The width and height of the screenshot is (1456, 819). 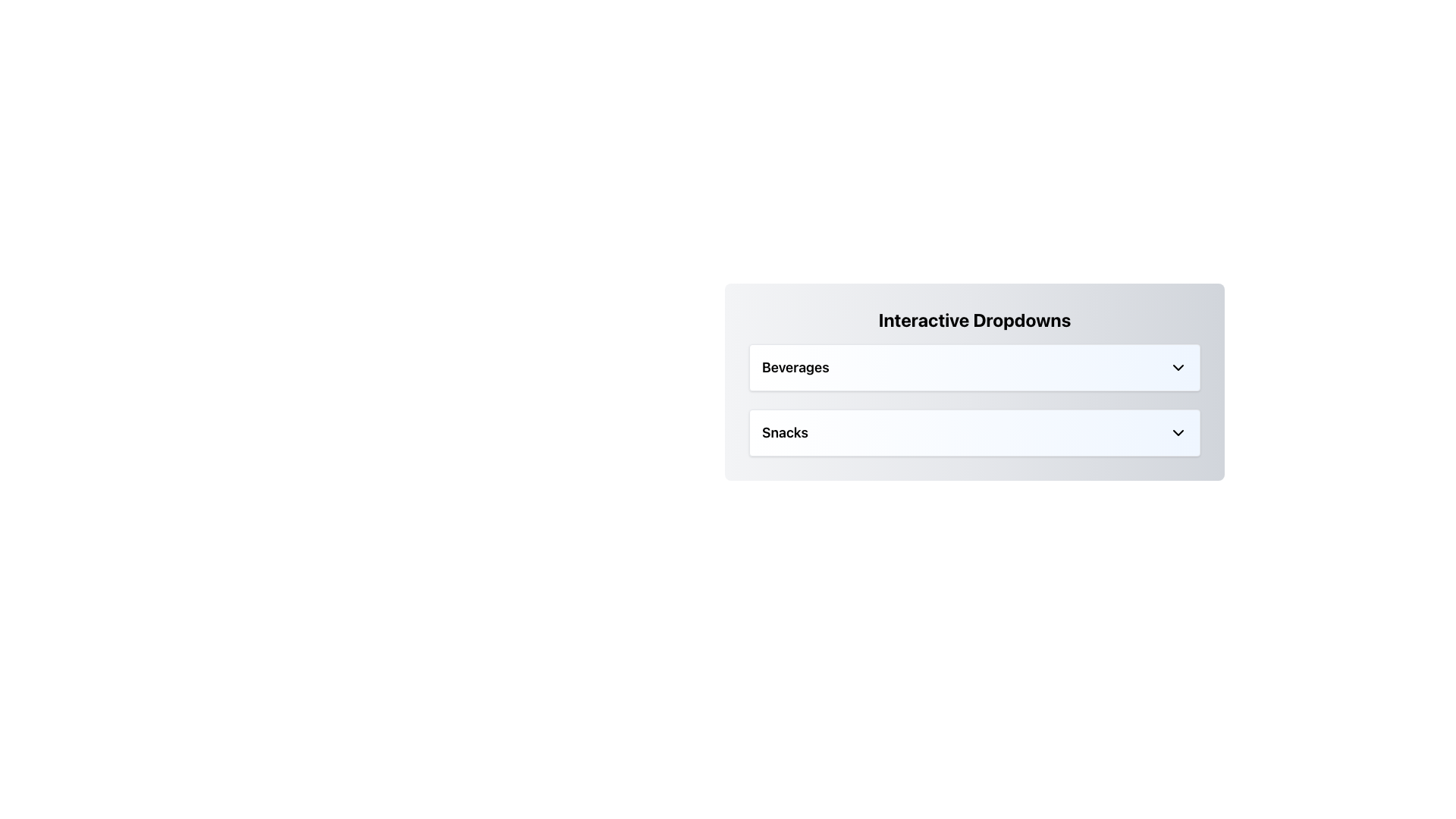 What do you see at coordinates (974, 432) in the screenshot?
I see `the dropdown trigger element for the 'Snacks' category located below the 'Interactive Dropdowns' title and above the 'Beverages' element` at bounding box center [974, 432].